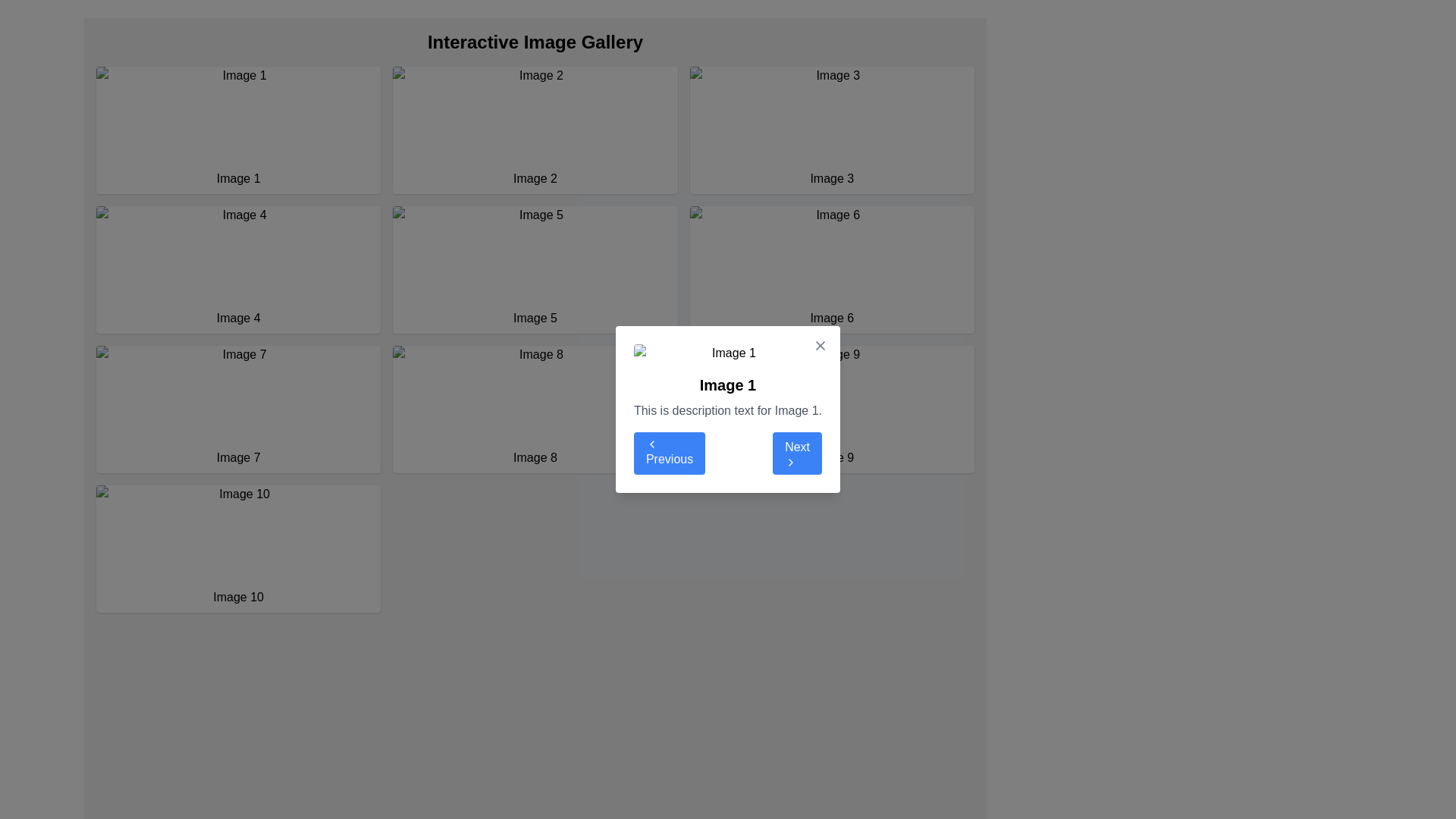 This screenshot has width=1456, height=819. Describe the element at coordinates (237, 533) in the screenshot. I see `the image placeholder labeled 'Image 10' located in the bottom-left corner of the grid layout to interact with it` at that location.